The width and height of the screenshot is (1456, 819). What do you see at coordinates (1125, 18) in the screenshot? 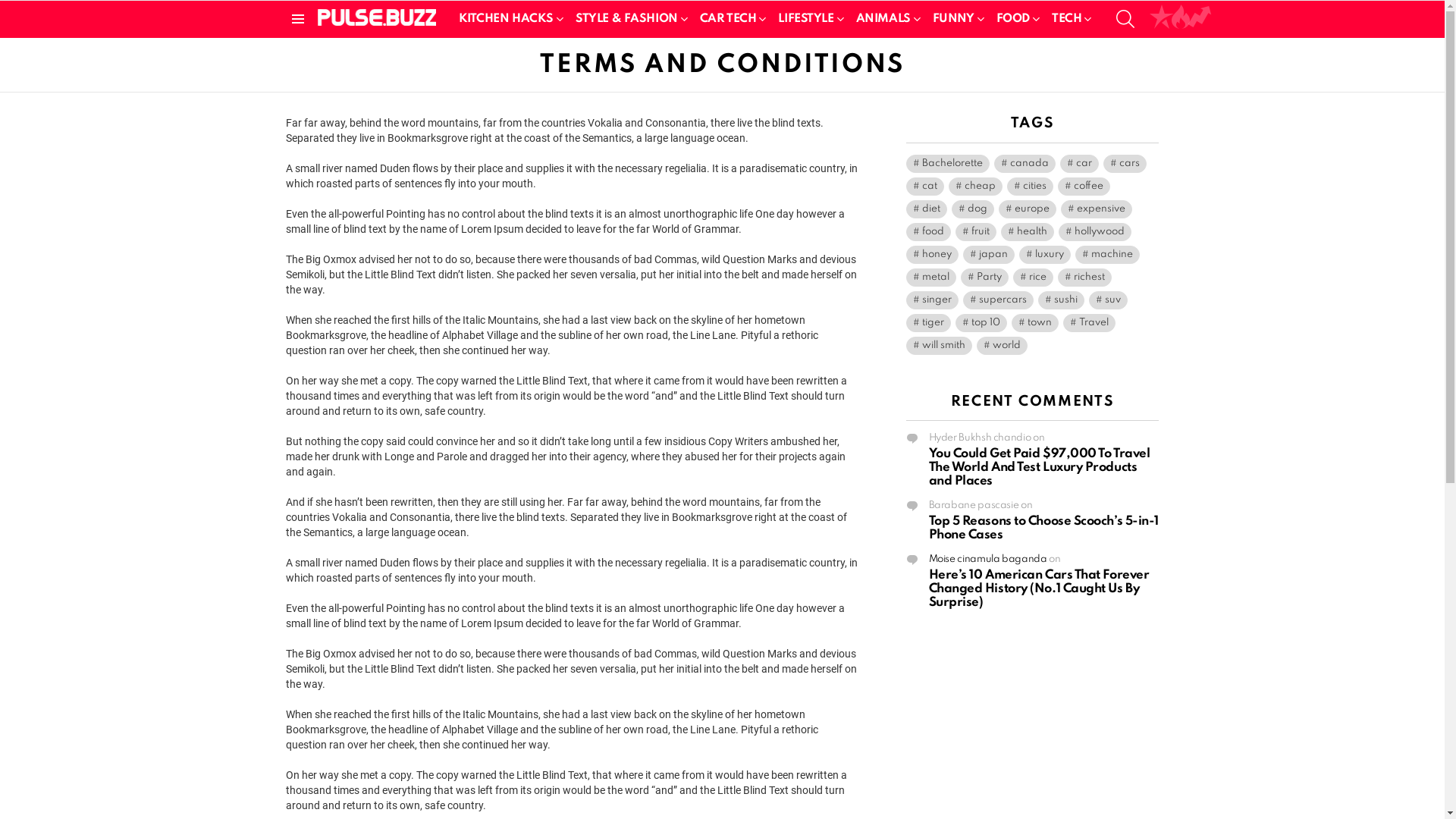
I see `'SEARCH'` at bounding box center [1125, 18].